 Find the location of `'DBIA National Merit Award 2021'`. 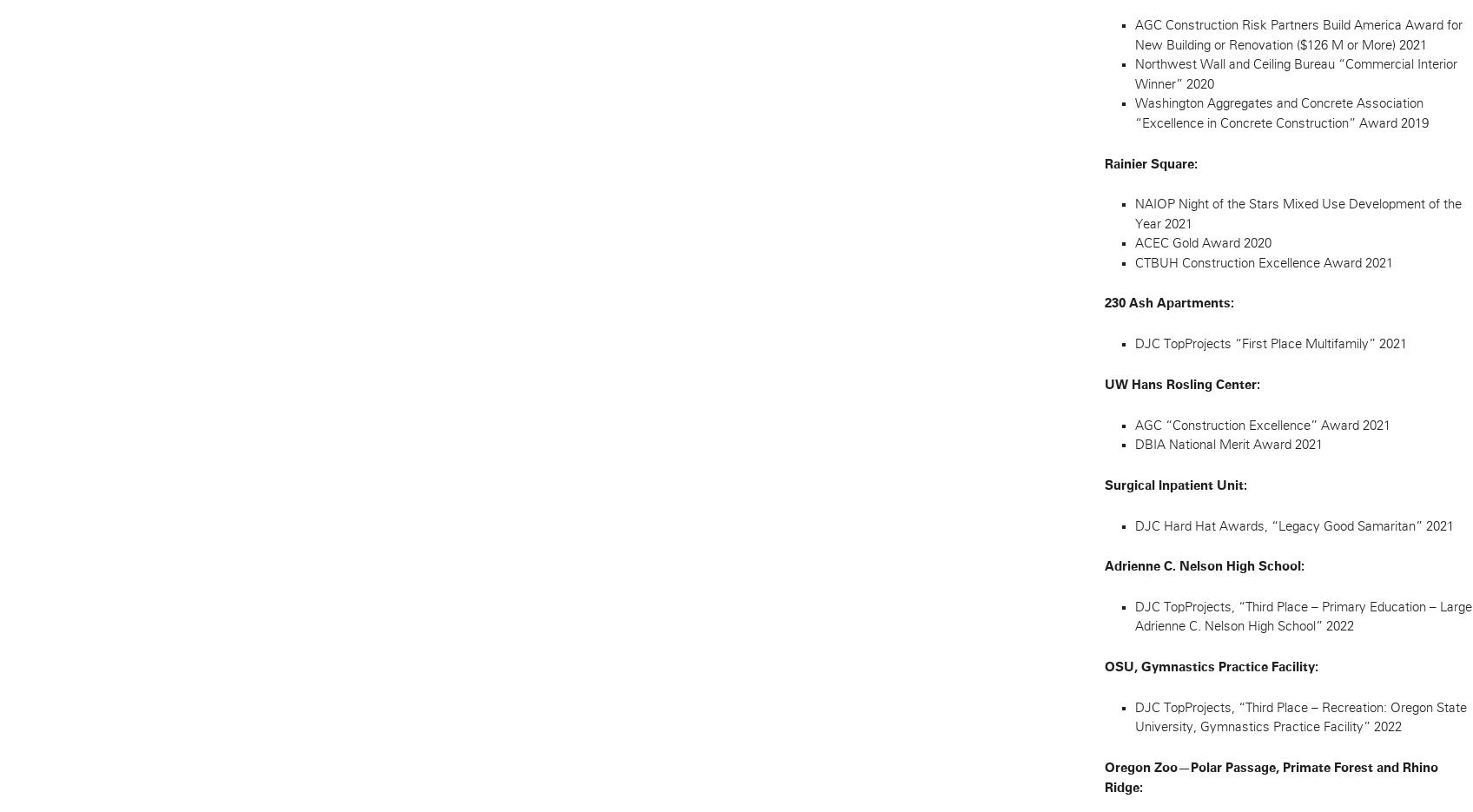

'DBIA National Merit Award 2021' is located at coordinates (1226, 444).